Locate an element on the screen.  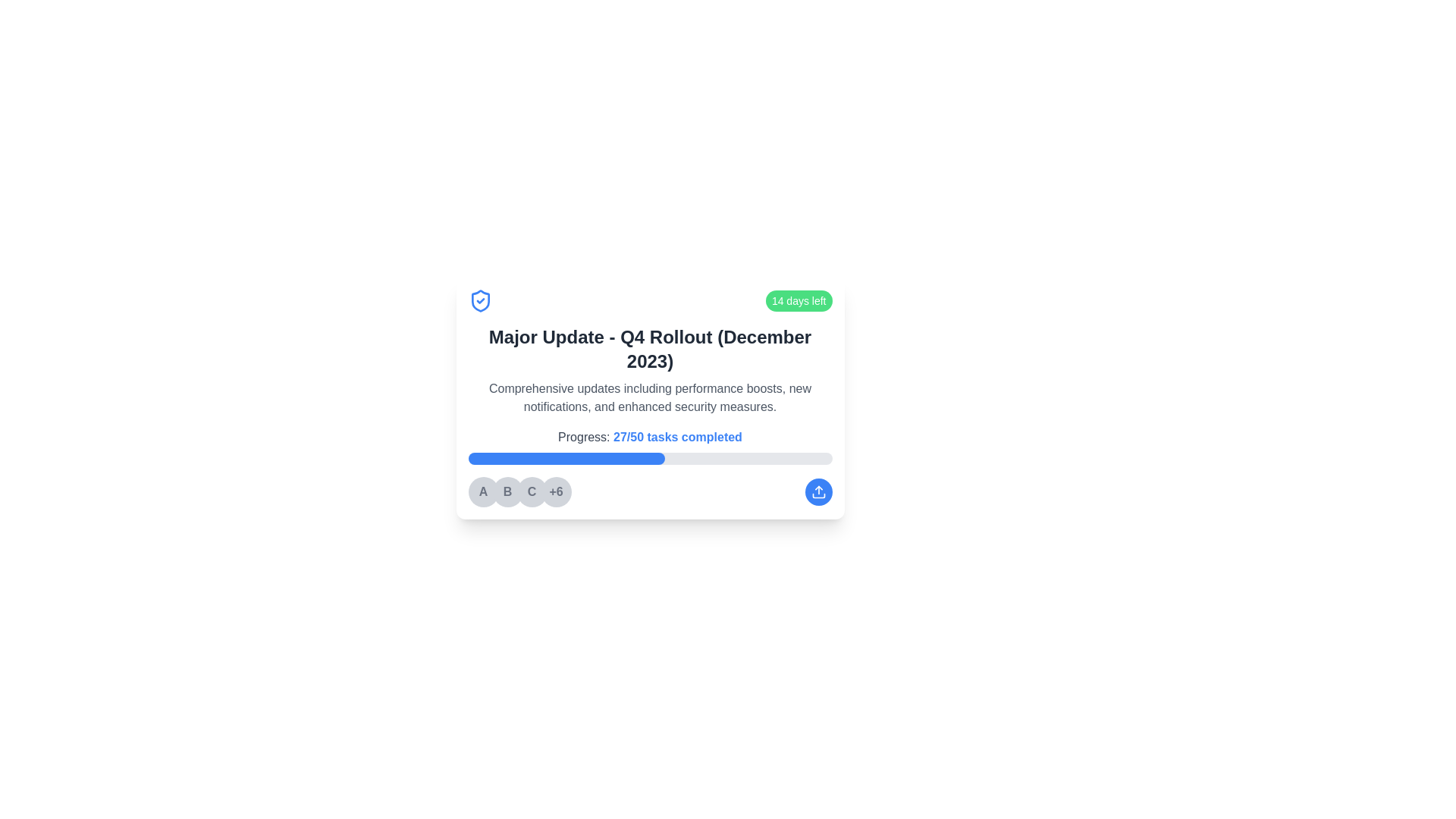
the textual header displaying 'Major Update - Q4 Rollout (December 2023)', styled in large bold grayish text, located in the top-middle section of its card layout is located at coordinates (650, 350).